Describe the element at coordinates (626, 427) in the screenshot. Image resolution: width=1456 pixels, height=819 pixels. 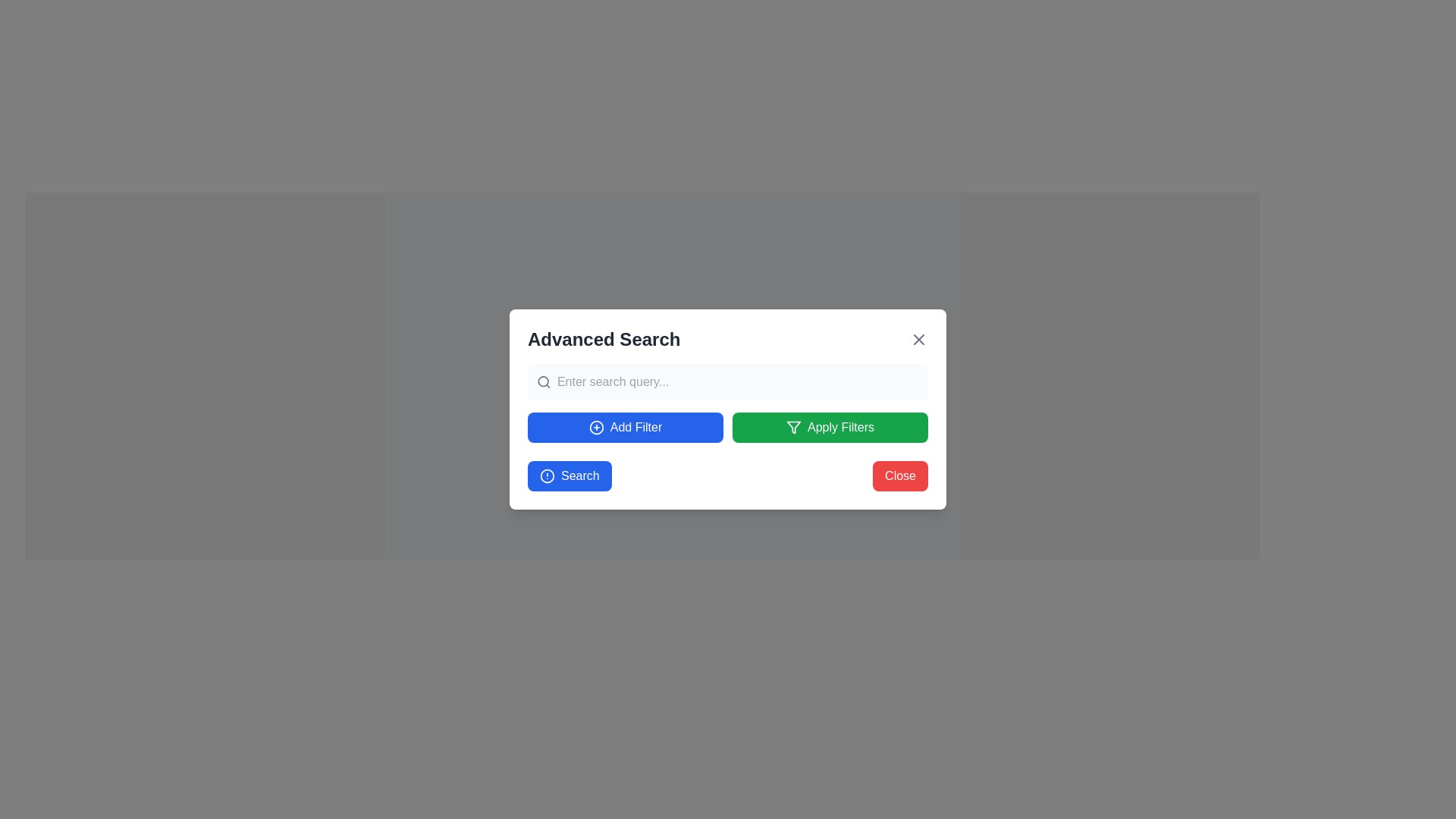
I see `the button that adds a new filter to the search criteria in the advanced search functionality, located in the bottom-left quadrant of the modal` at that location.